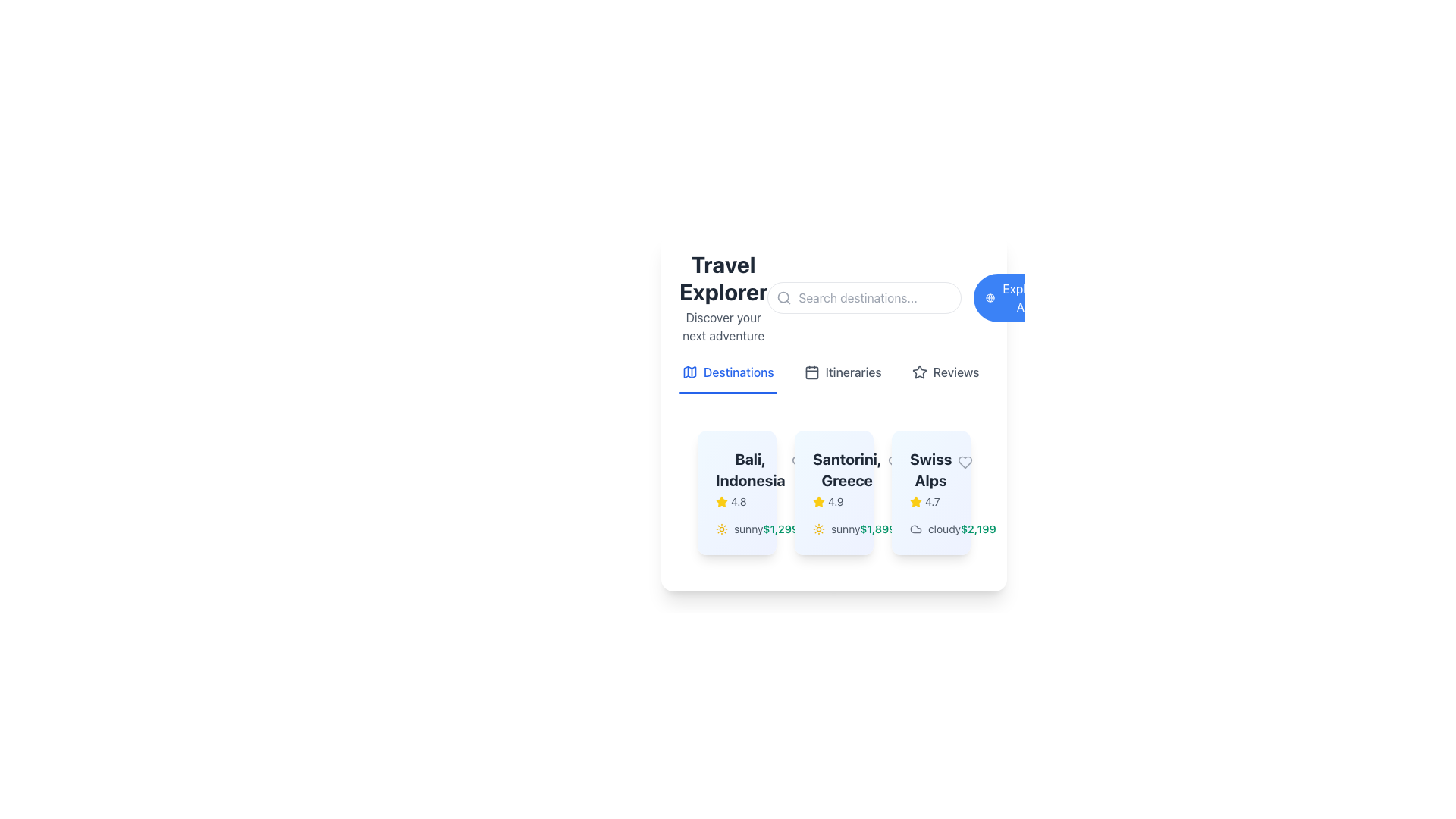 Image resolution: width=1456 pixels, height=819 pixels. Describe the element at coordinates (833, 479) in the screenshot. I see `the Text label with icon that displays the name and rating of a travel destination, located in the middle of the second card in a horizontal list of destination cards` at that location.